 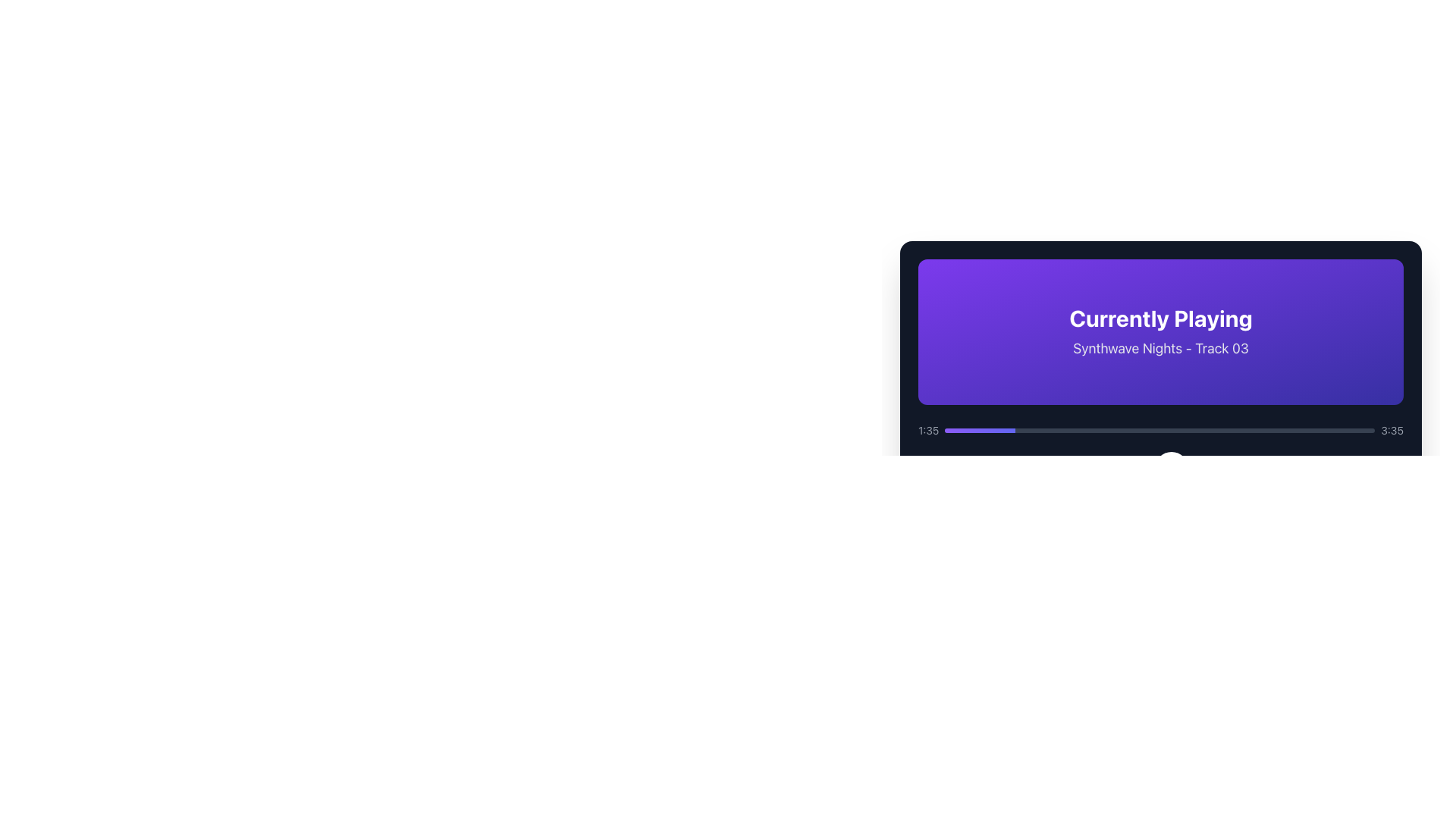 I want to click on the playback progress, so click(x=973, y=430).